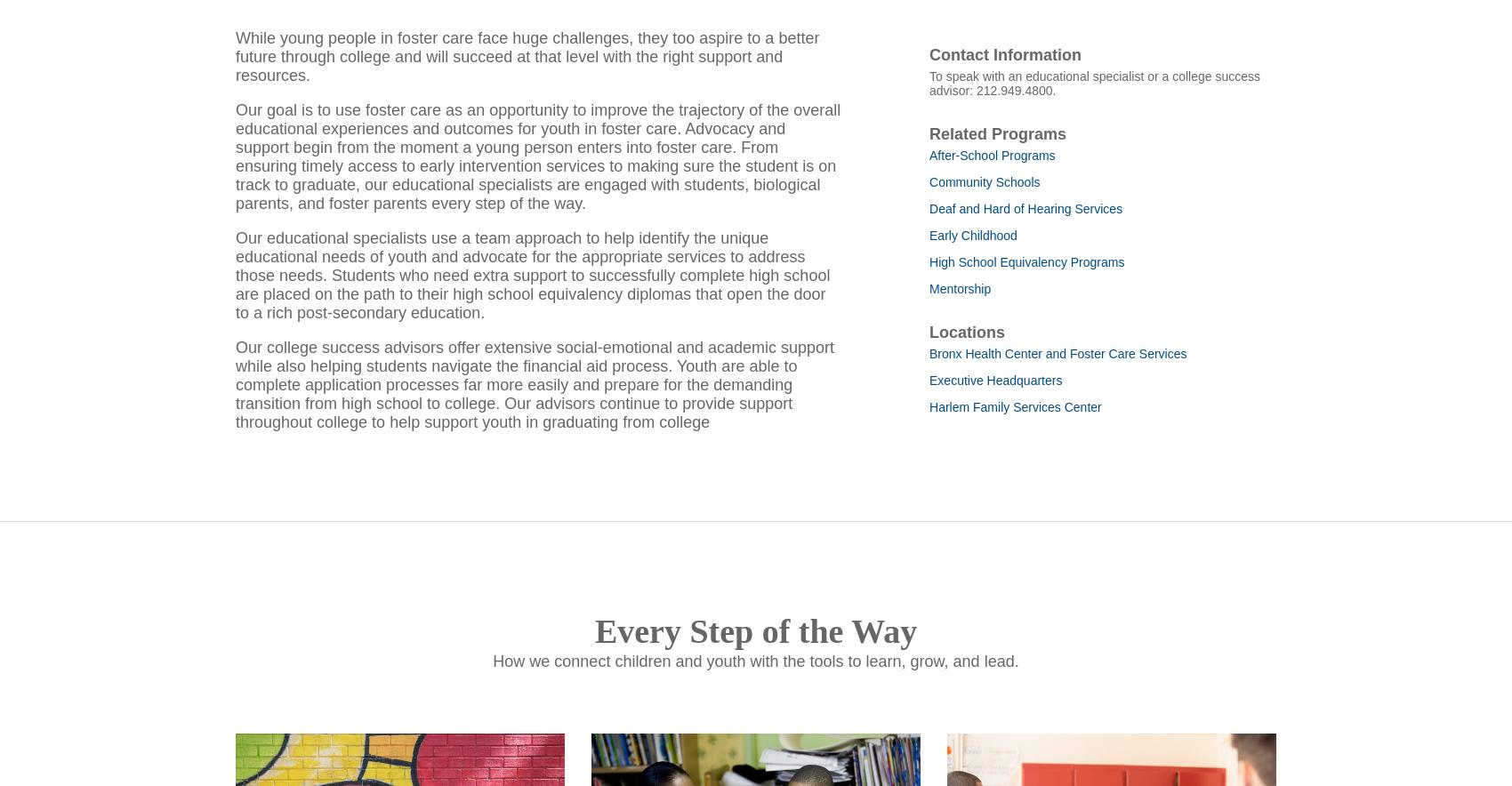 The height and width of the screenshot is (786, 1512). I want to click on 'How we connect children and youth with the tools to learn, grow, and lead.', so click(754, 684).